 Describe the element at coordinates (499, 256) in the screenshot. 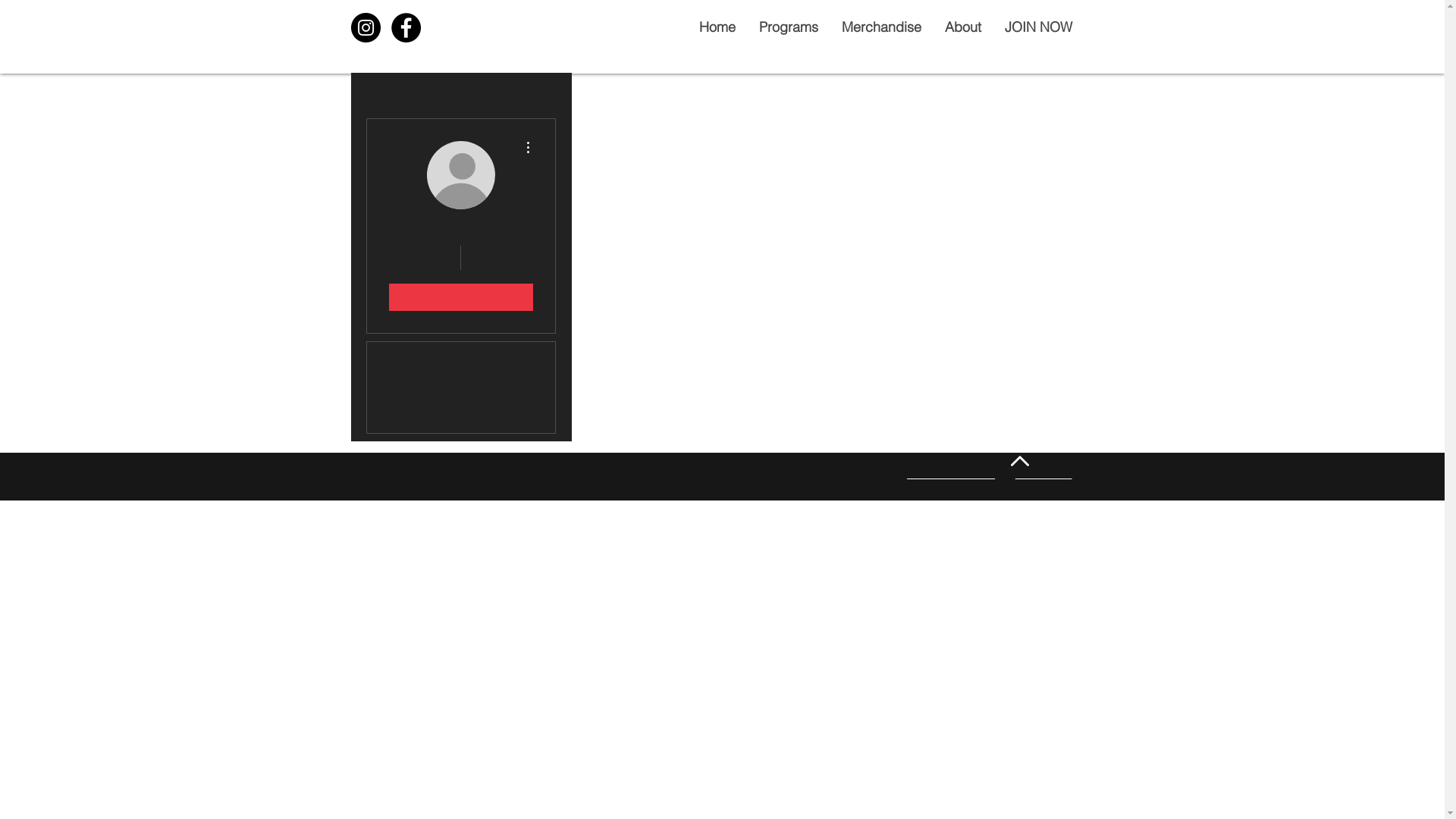

I see `'0` at that location.